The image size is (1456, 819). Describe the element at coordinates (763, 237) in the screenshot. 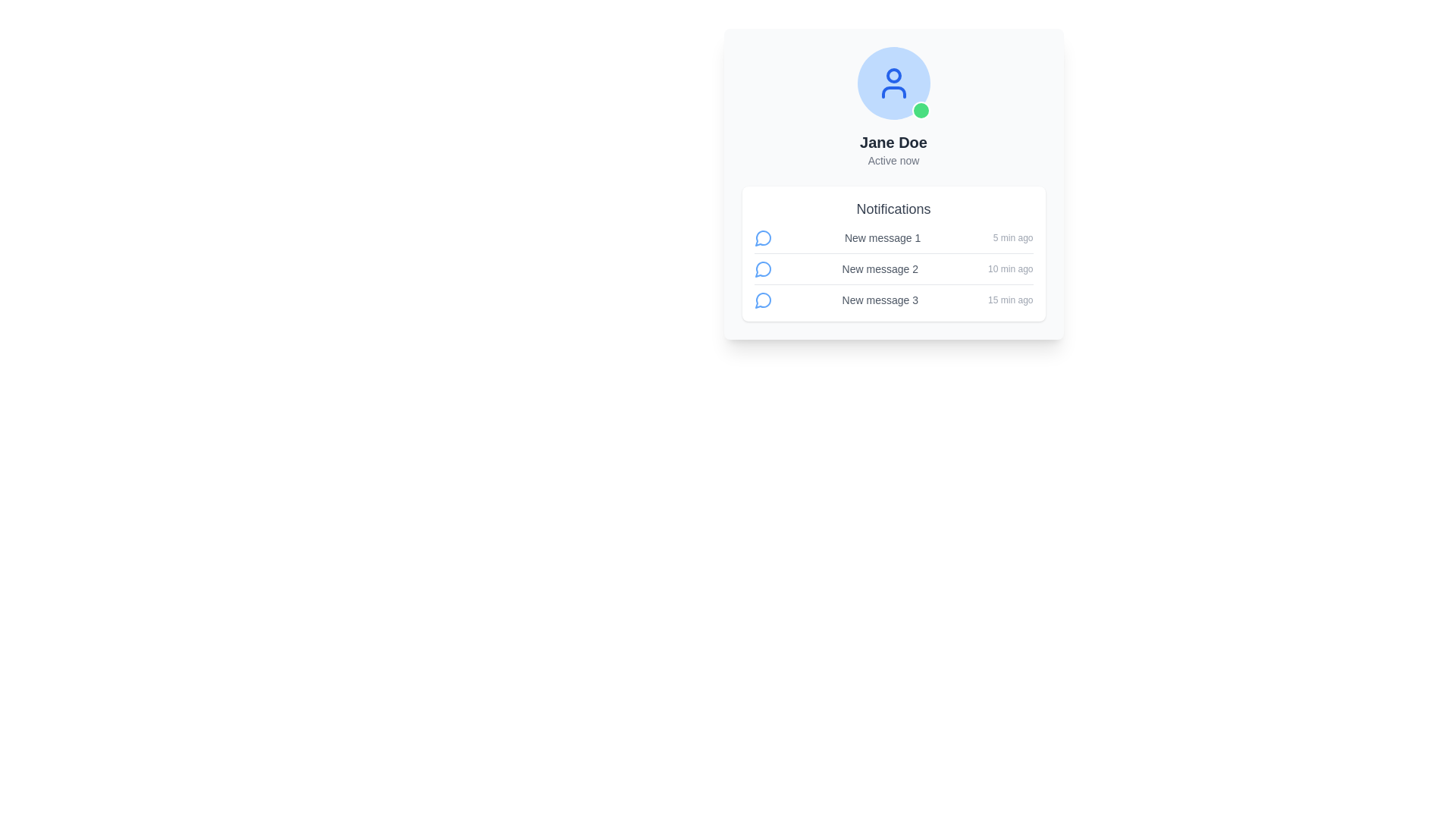

I see `the blue circular message icon with a minimalist design located at the start of the first notification entry in the 'Notifications' section` at that location.